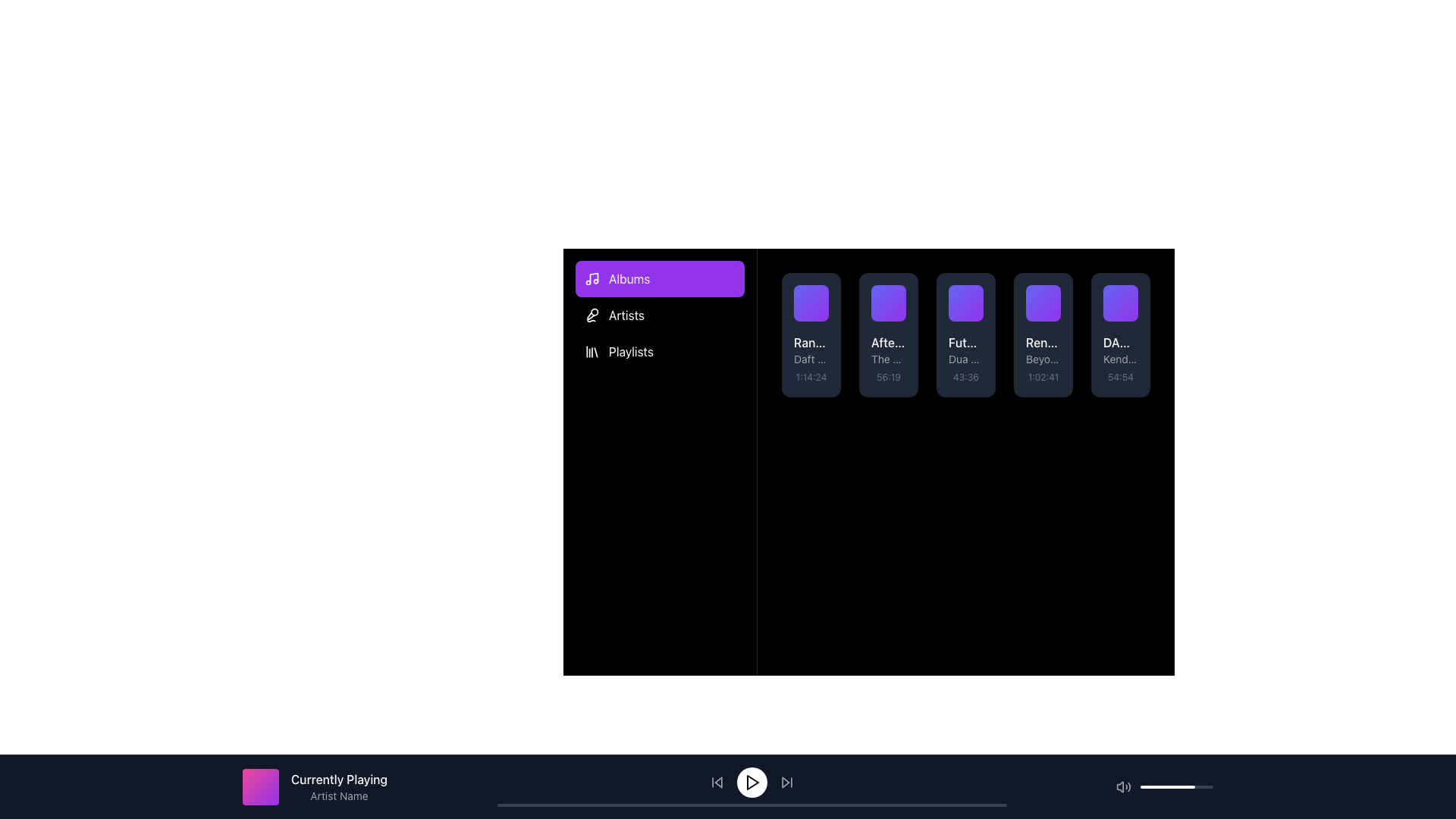 Image resolution: width=1456 pixels, height=819 pixels. Describe the element at coordinates (593, 278) in the screenshot. I see `the vertical stroke part of the music note icon representing the 'Albums' option in the left sidebar` at that location.